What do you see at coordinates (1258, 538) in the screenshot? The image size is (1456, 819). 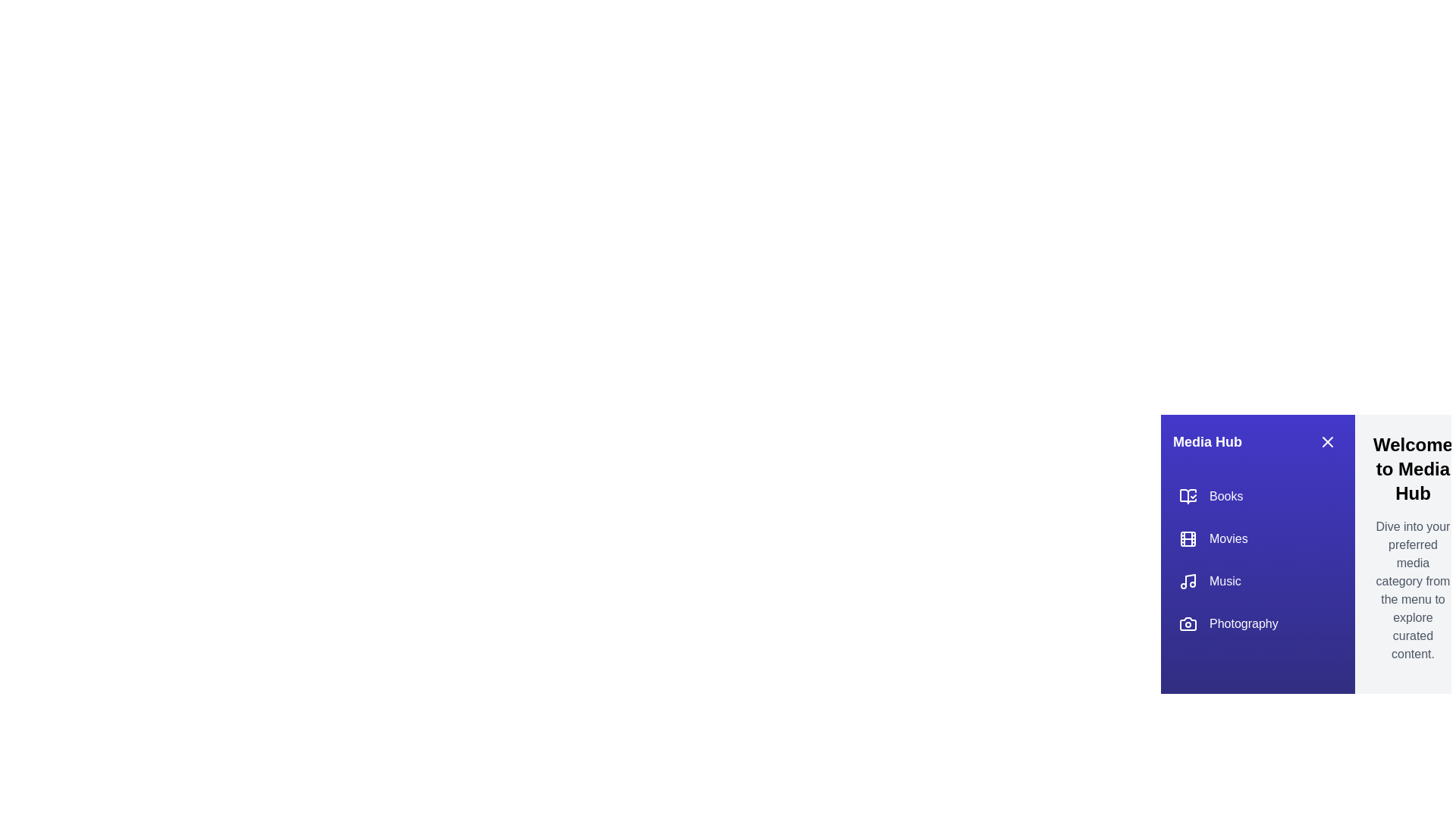 I see `the category Movies to select it` at bounding box center [1258, 538].